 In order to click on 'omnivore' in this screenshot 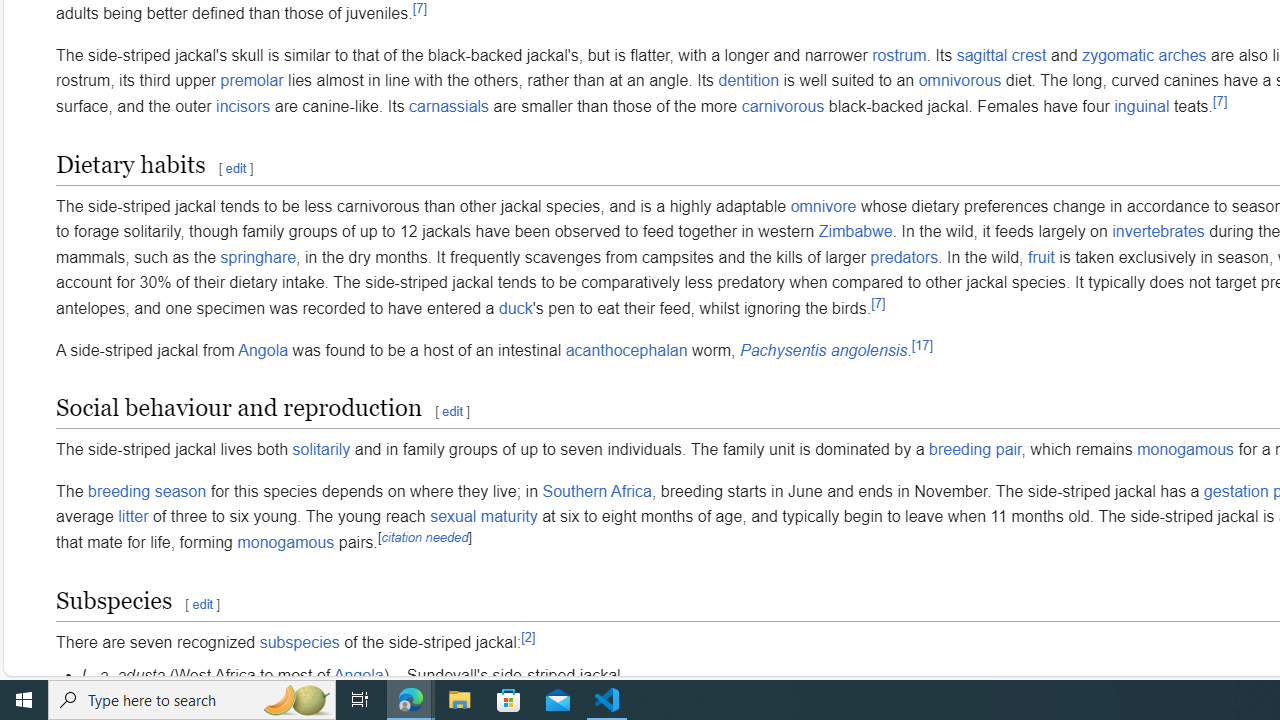, I will do `click(823, 206)`.